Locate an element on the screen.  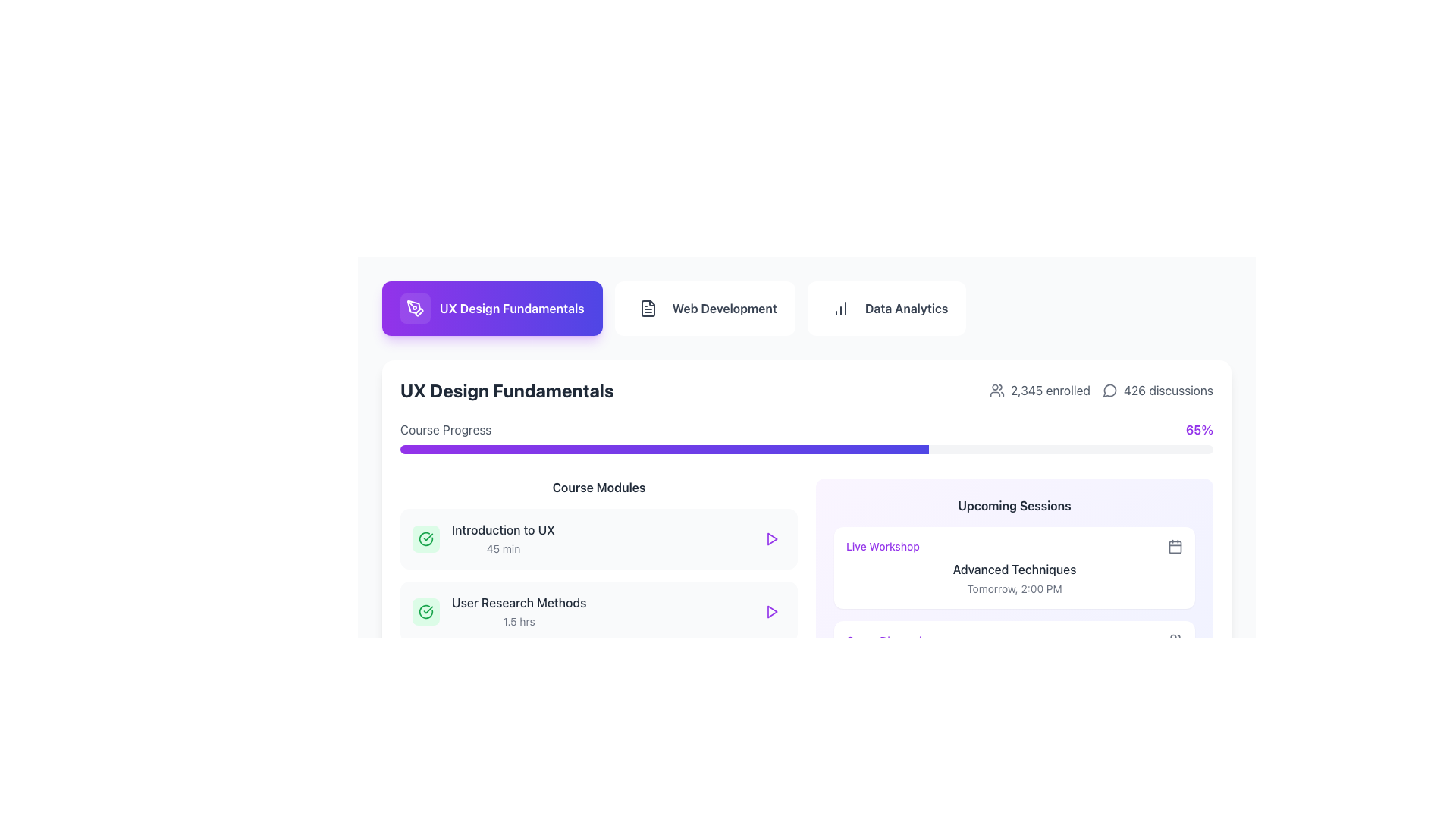
the Play Button located in the second row of the 'Course Modules' section is located at coordinates (771, 758).